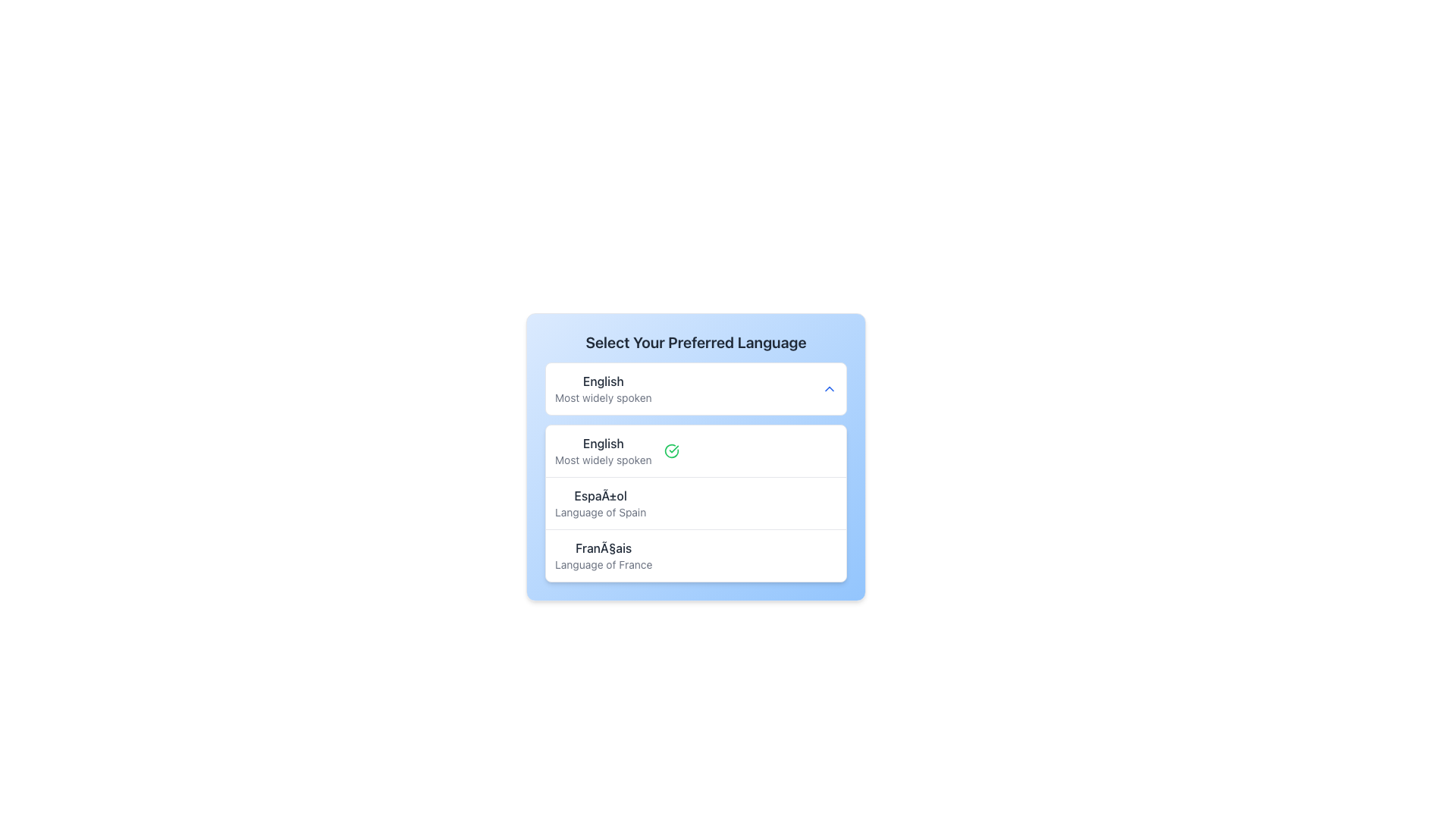 This screenshot has width=1456, height=819. What do you see at coordinates (695, 503) in the screenshot?
I see `the 'Español' option in the dropdown language selector, which is the second item in the list beneath 'English (Most widely spoken)'` at bounding box center [695, 503].